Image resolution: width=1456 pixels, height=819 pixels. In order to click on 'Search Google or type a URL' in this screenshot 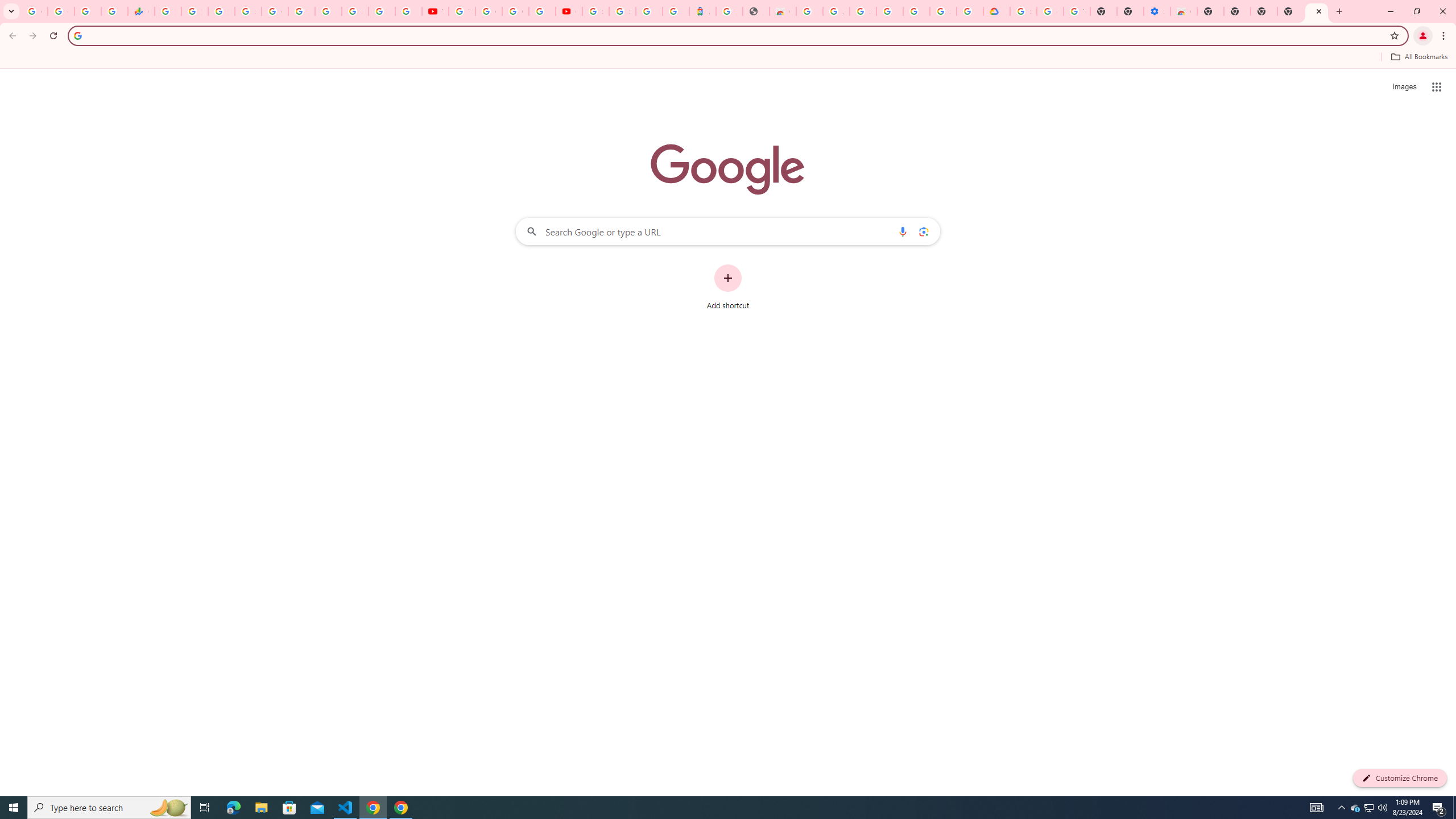, I will do `click(728, 230)`.